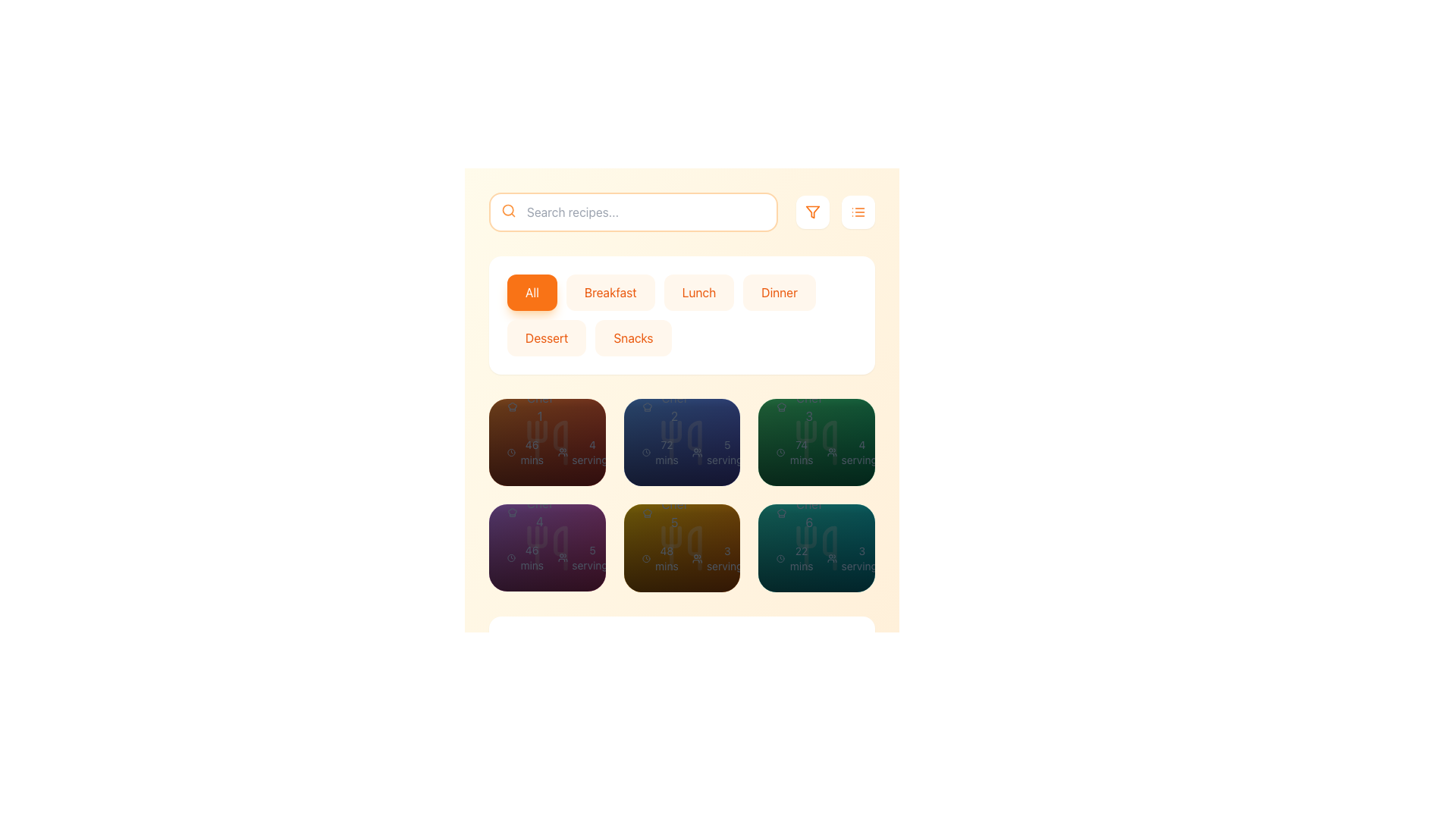 The image size is (1456, 819). What do you see at coordinates (780, 452) in the screenshot?
I see `the circular outline element representing the clock's border in the green card located in the third row and third column of the grid layout` at bounding box center [780, 452].